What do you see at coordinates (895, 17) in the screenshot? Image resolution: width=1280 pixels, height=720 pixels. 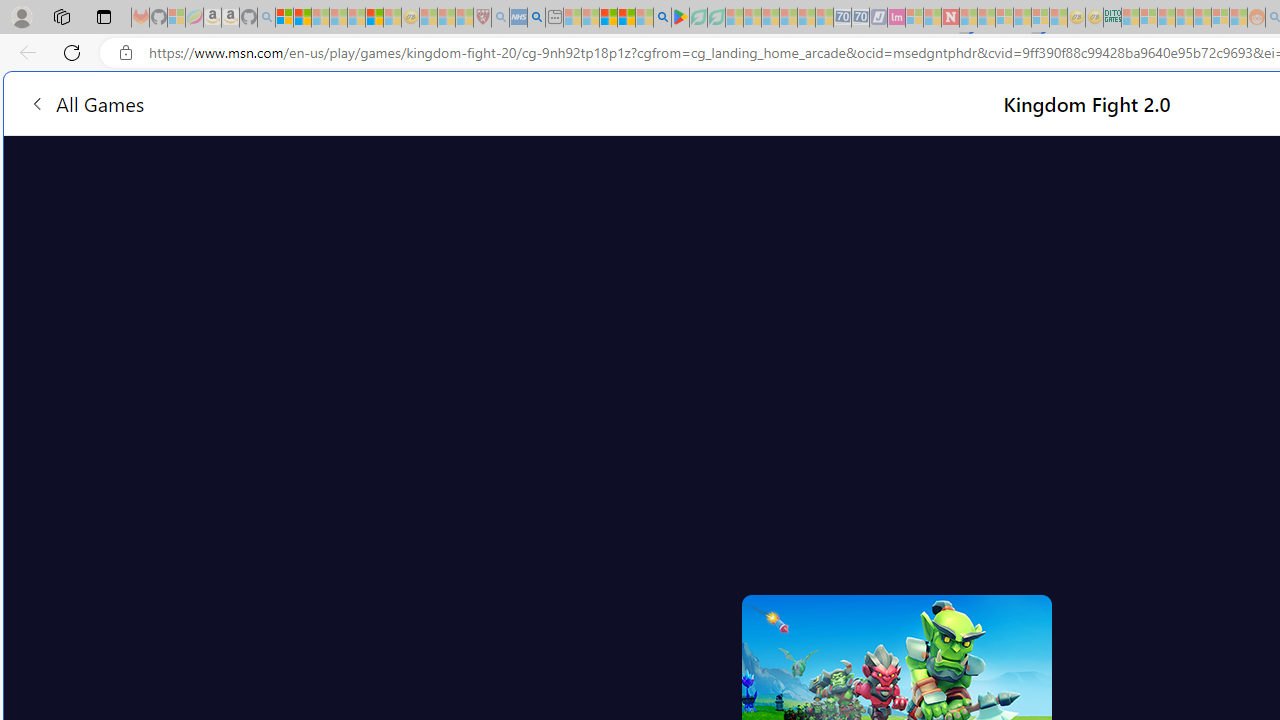 I see `'Jobs - lastminute.com Investor Portal - Sleeping'` at bounding box center [895, 17].